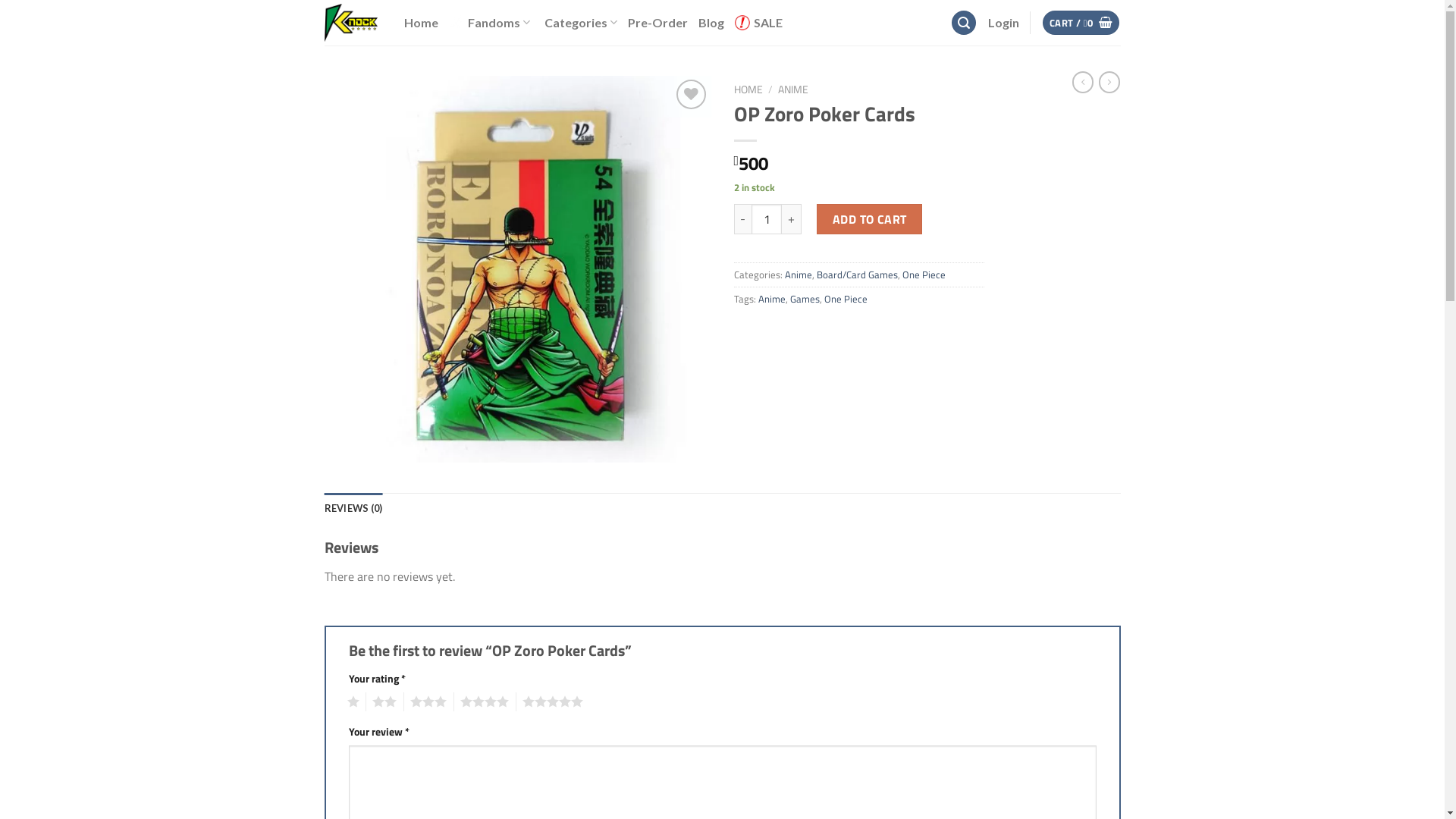  What do you see at coordinates (657, 23) in the screenshot?
I see `'Pre-Order'` at bounding box center [657, 23].